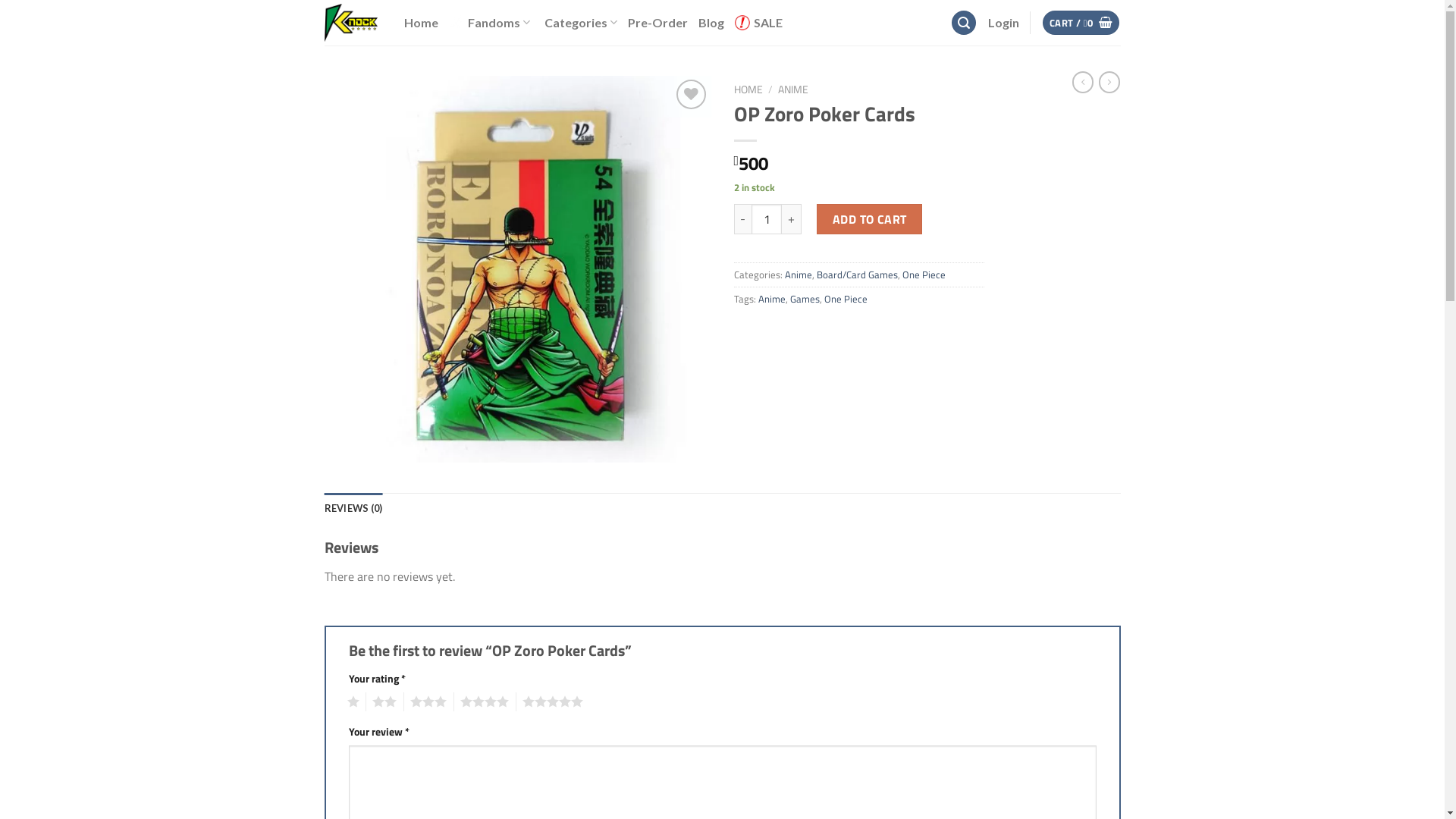  What do you see at coordinates (657, 23) in the screenshot?
I see `'Pre-Order'` at bounding box center [657, 23].